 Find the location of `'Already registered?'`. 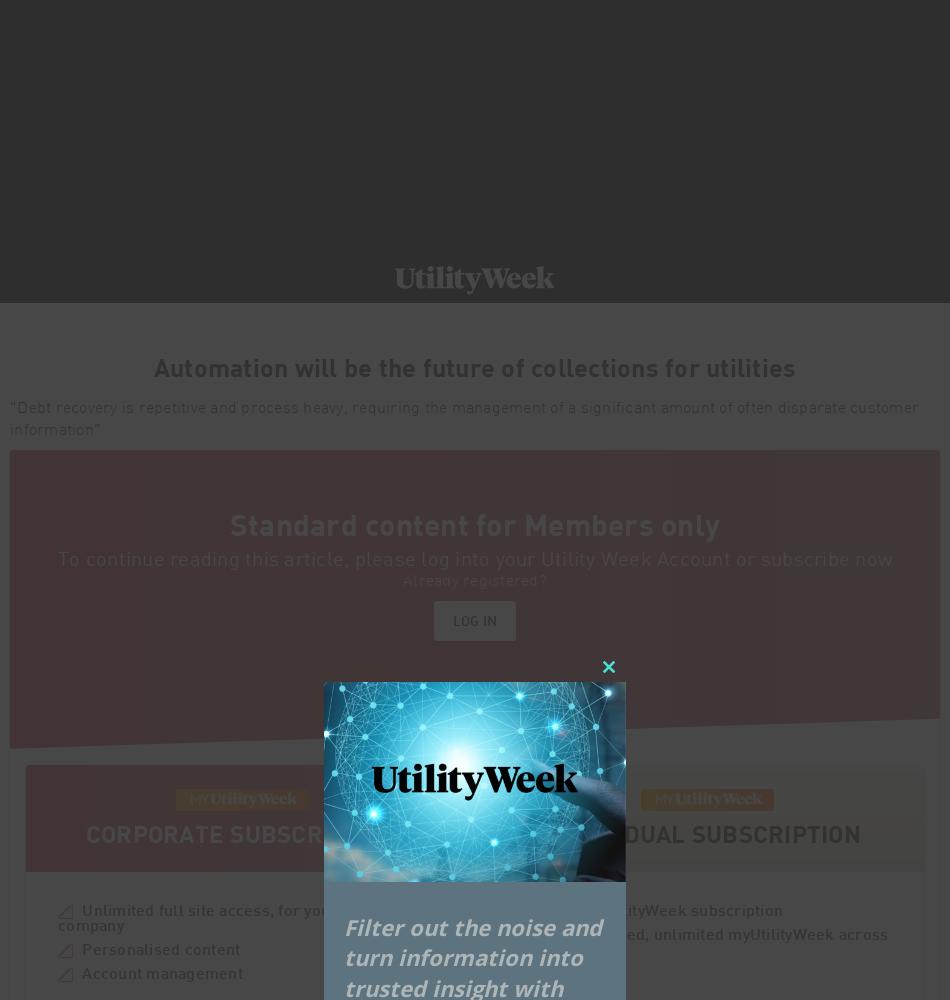

'Already registered?' is located at coordinates (401, 580).